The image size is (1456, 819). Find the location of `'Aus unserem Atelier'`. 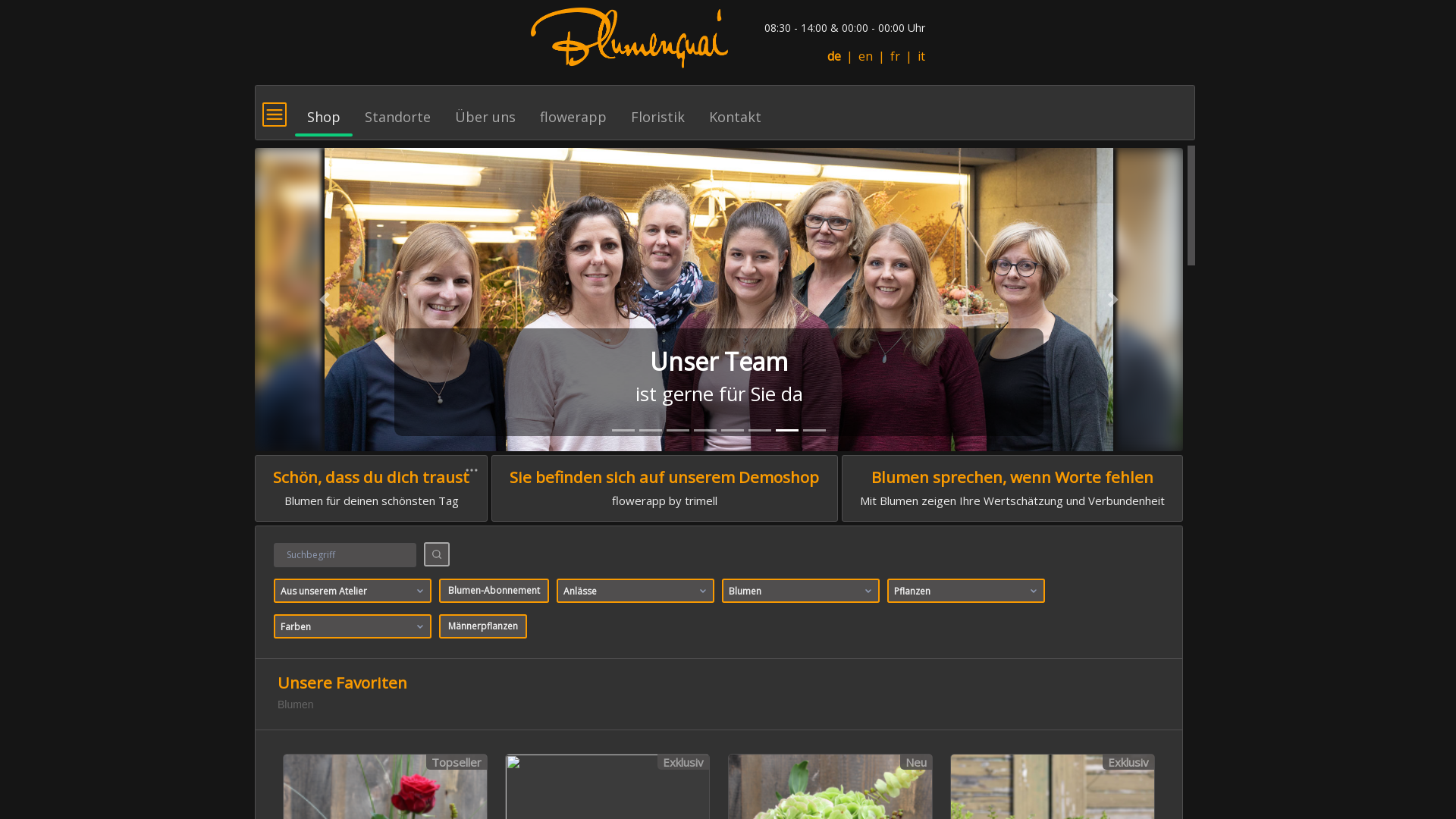

'Aus unserem Atelier' is located at coordinates (352, 590).